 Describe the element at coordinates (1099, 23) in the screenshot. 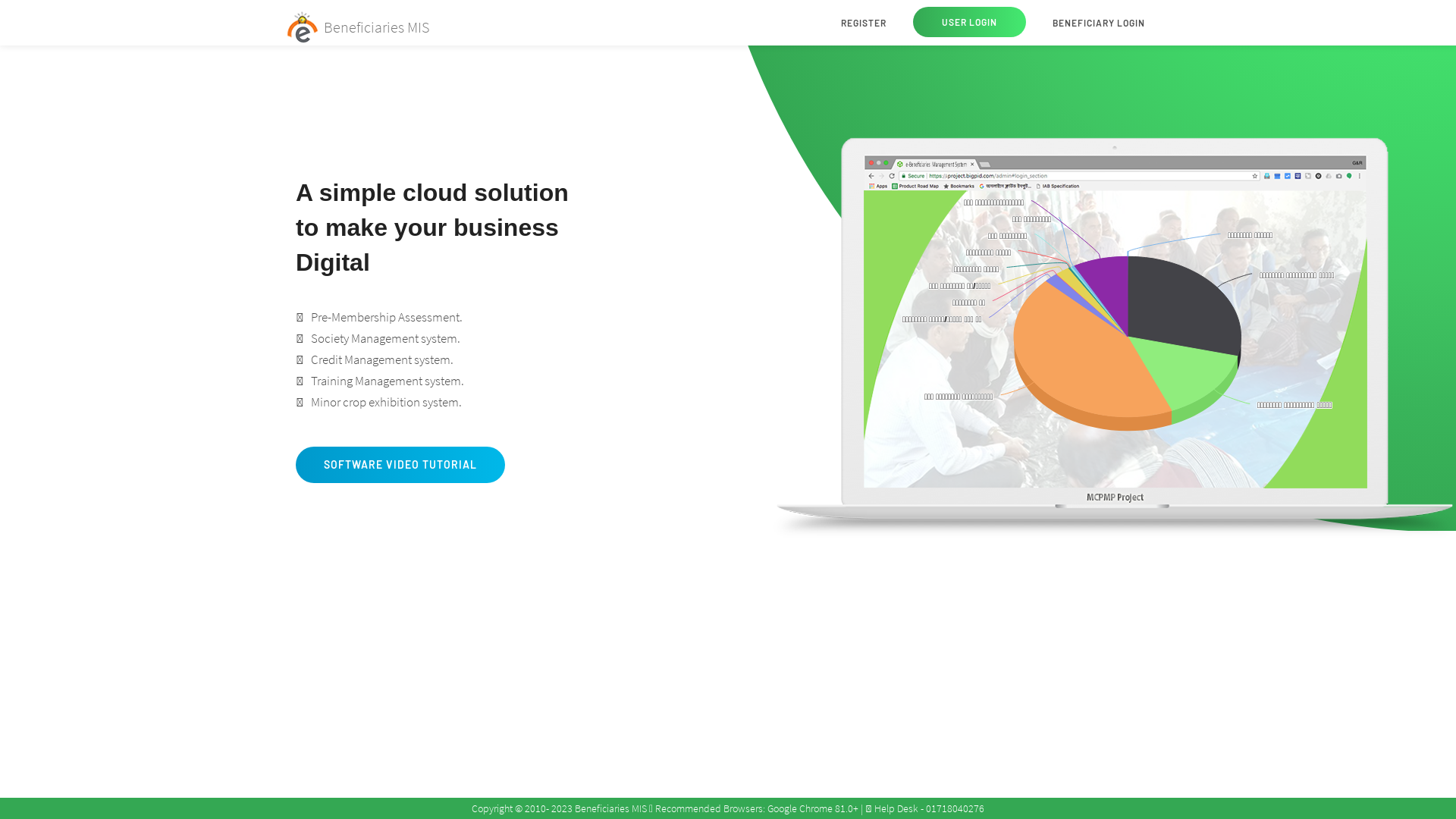

I see `'BENEFICIARY LOGIN'` at that location.